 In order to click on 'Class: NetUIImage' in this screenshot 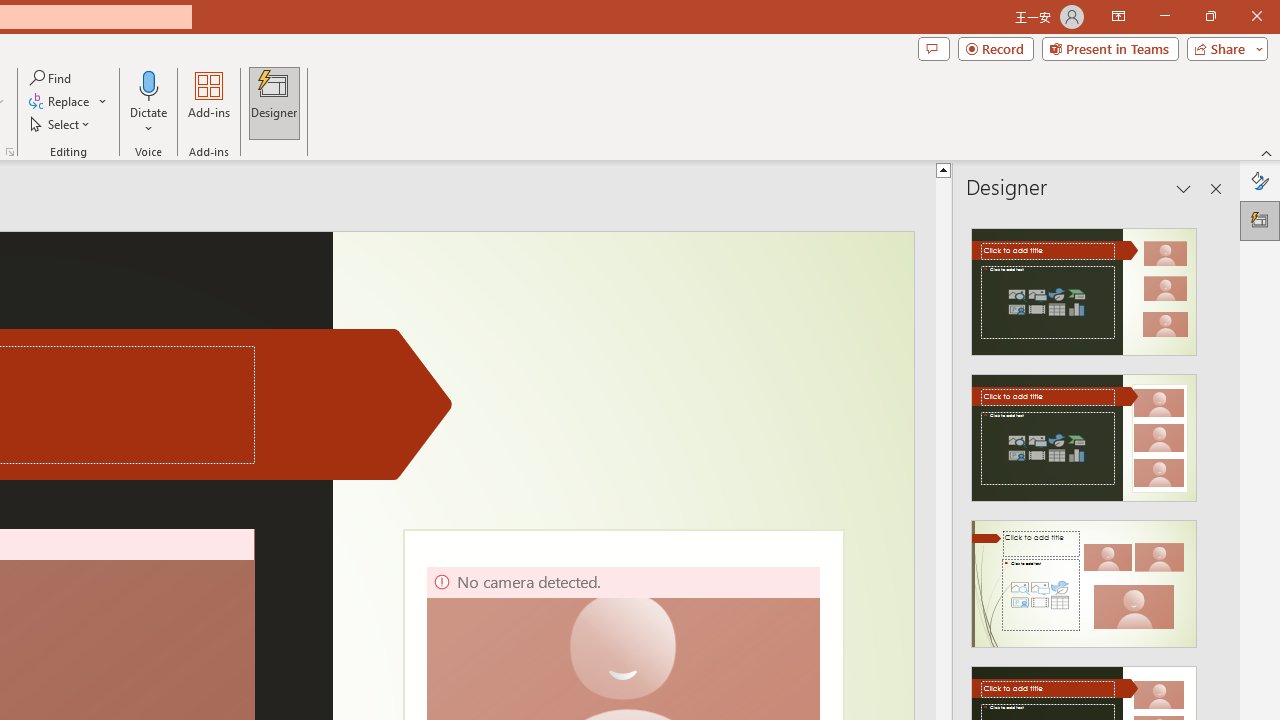, I will do `click(1082, 584)`.